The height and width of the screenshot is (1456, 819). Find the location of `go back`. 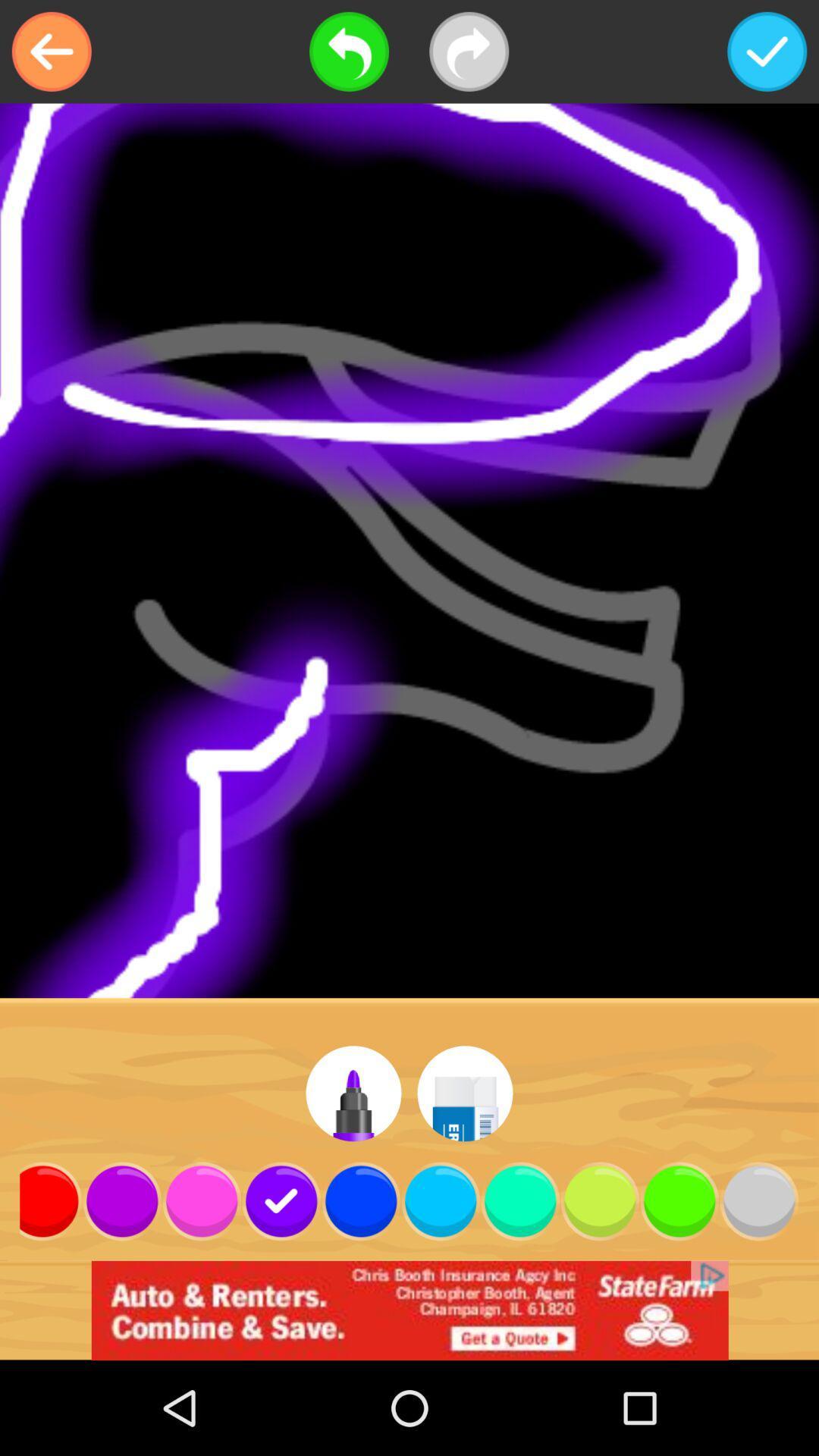

go back is located at coordinates (51, 52).